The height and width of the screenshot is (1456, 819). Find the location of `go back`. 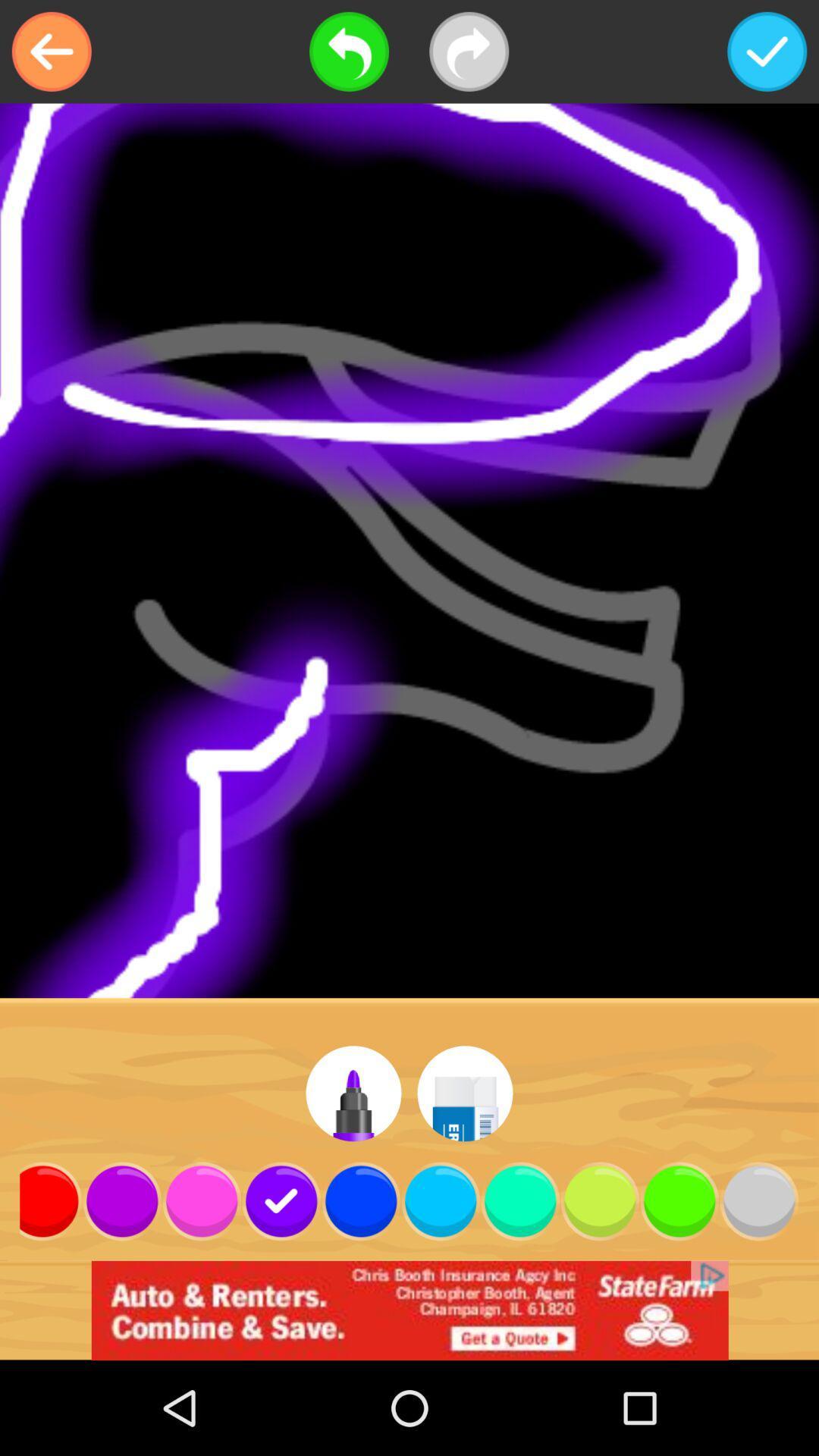

go back is located at coordinates (51, 52).